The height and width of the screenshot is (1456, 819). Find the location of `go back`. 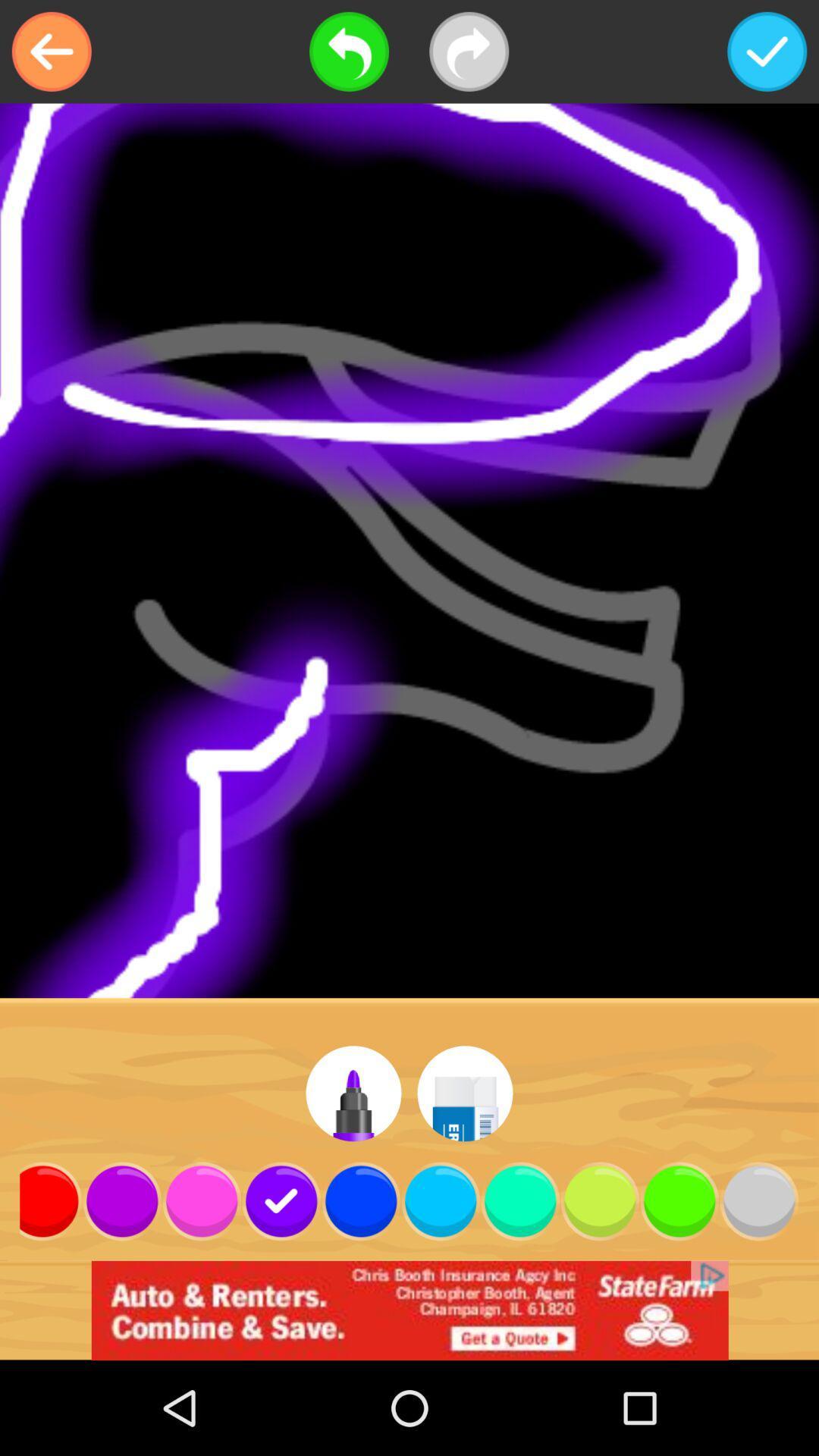

go back is located at coordinates (51, 52).